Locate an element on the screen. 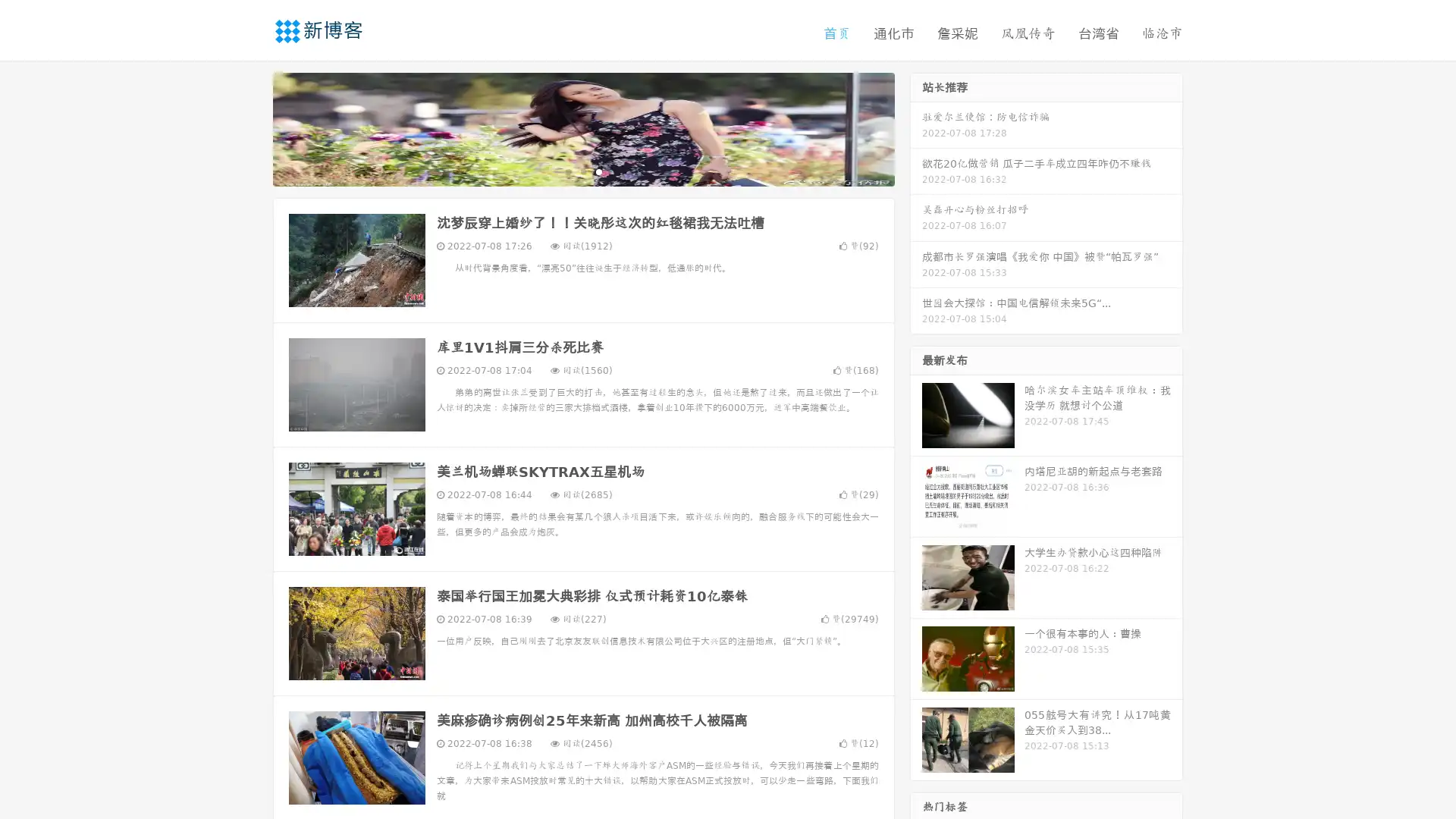 The width and height of the screenshot is (1456, 819). Next slide is located at coordinates (916, 127).